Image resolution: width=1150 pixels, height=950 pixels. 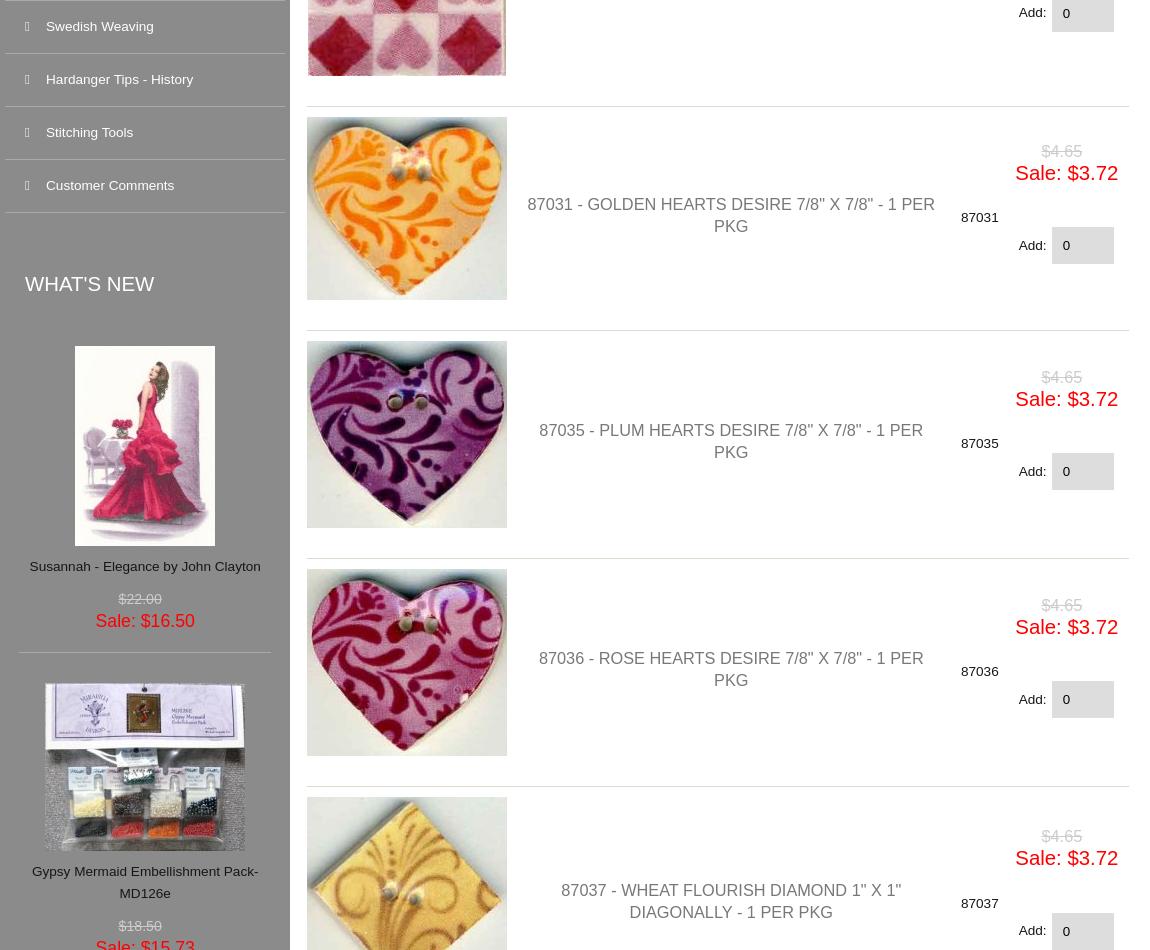 What do you see at coordinates (143, 880) in the screenshot?
I see `'Gypsy Mermaid Embellishment Pack-MD126e'` at bounding box center [143, 880].